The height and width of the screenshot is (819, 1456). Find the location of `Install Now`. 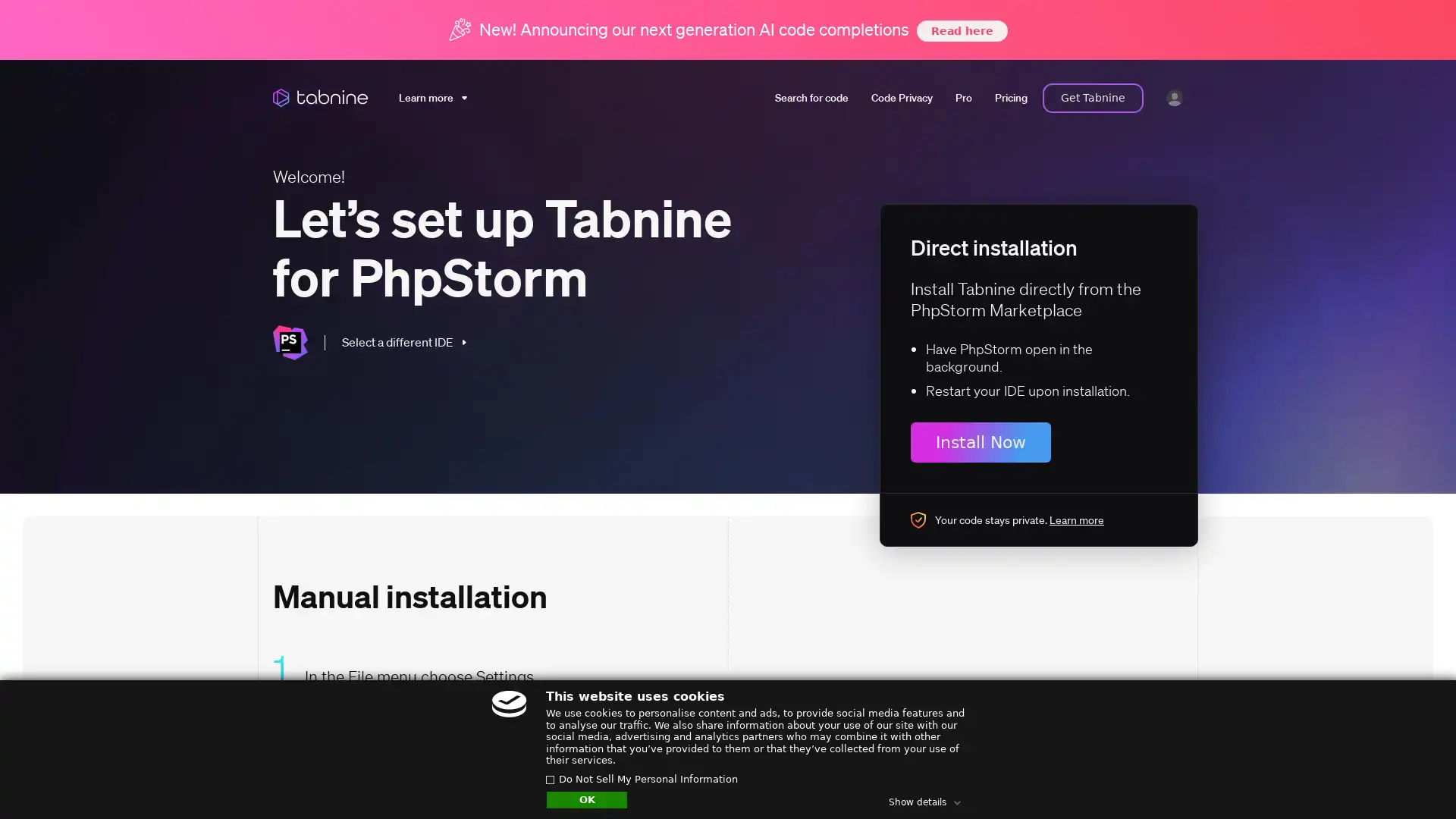

Install Now is located at coordinates (981, 442).